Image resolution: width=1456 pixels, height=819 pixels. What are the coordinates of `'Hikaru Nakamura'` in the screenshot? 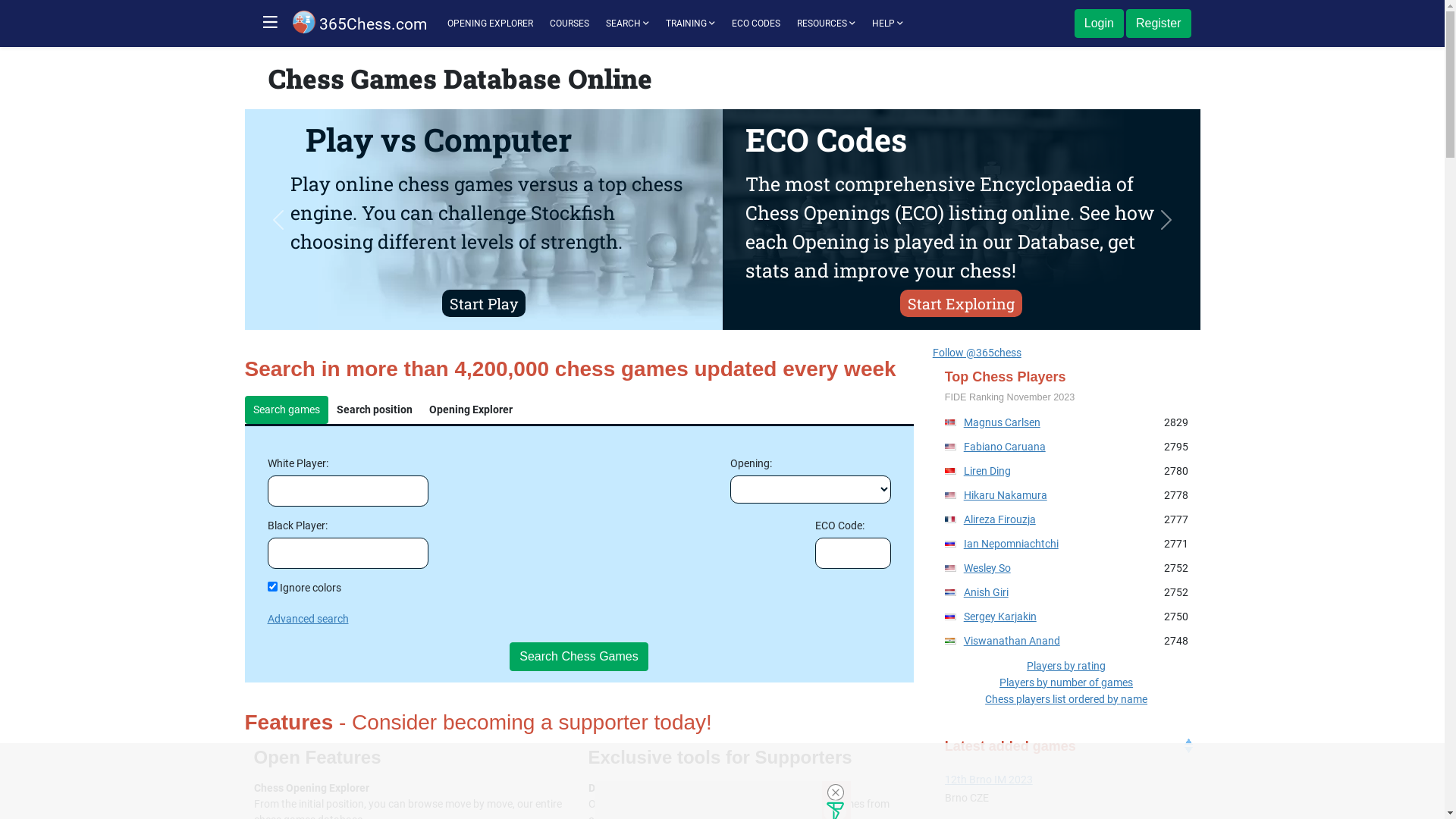 It's located at (1005, 494).